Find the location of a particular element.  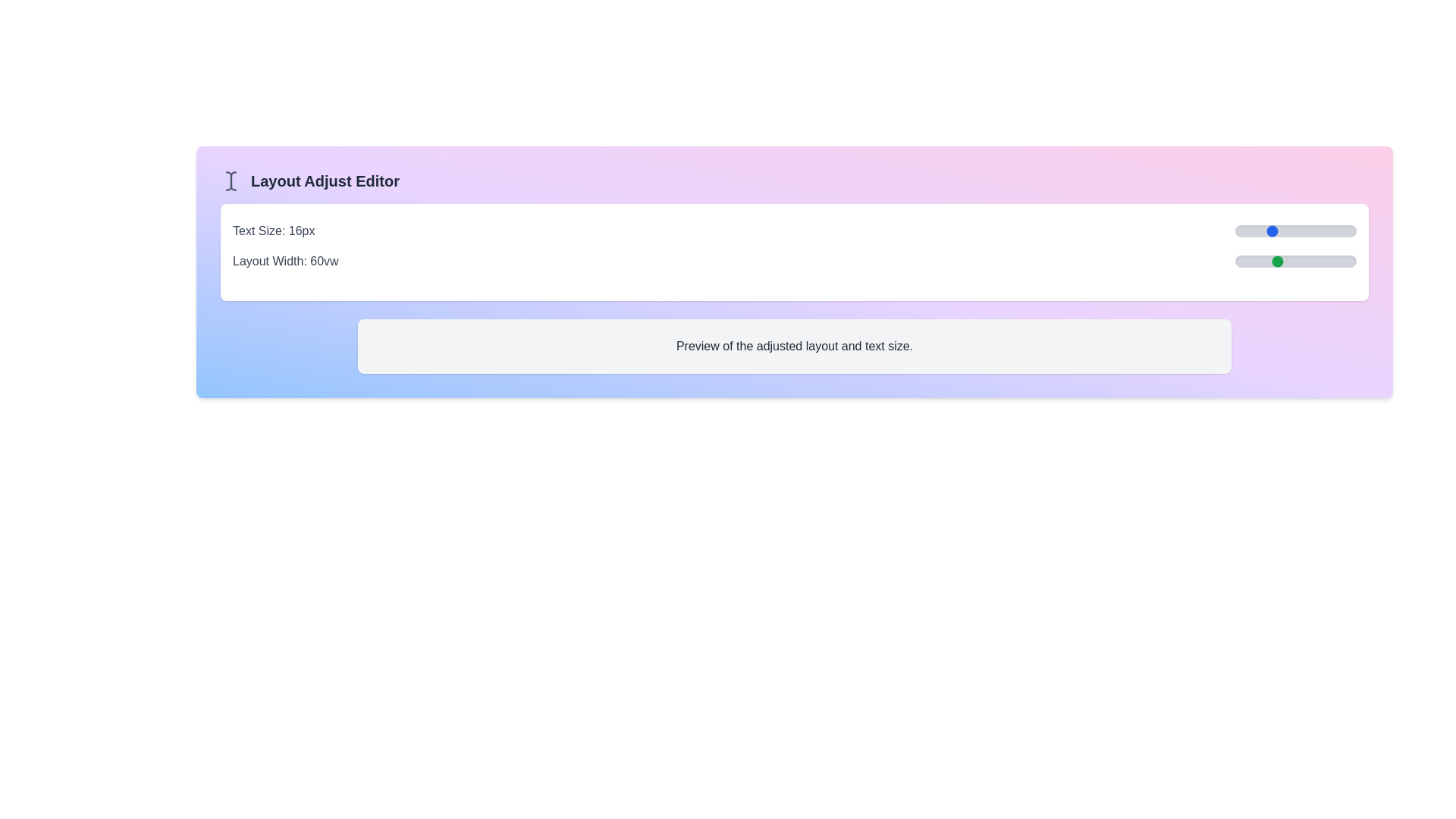

the layout width is located at coordinates (1267, 260).